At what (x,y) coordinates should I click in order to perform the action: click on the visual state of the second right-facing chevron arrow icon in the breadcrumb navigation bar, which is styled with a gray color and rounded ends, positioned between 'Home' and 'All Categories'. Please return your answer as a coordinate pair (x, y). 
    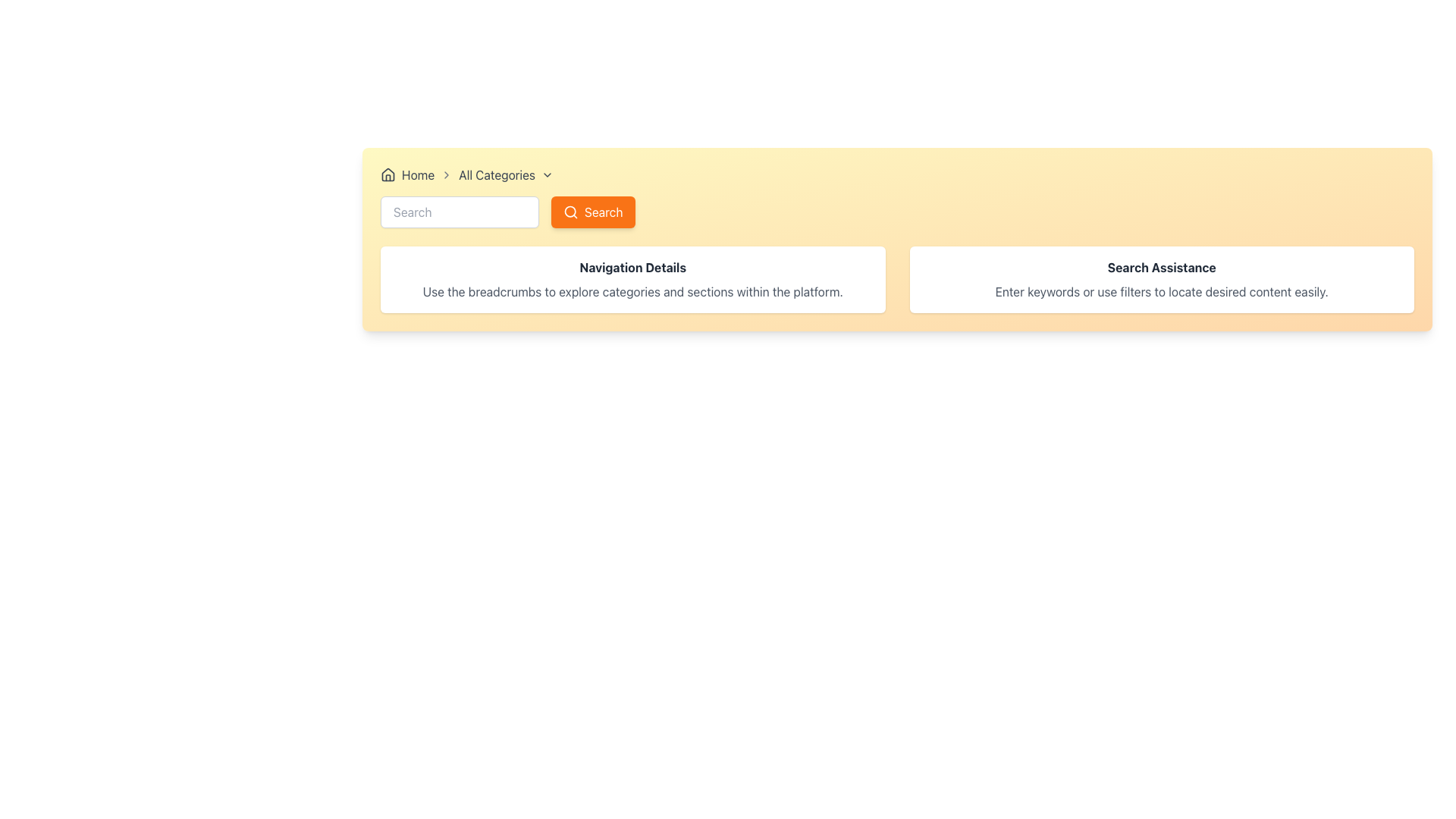
    Looking at the image, I should click on (446, 174).